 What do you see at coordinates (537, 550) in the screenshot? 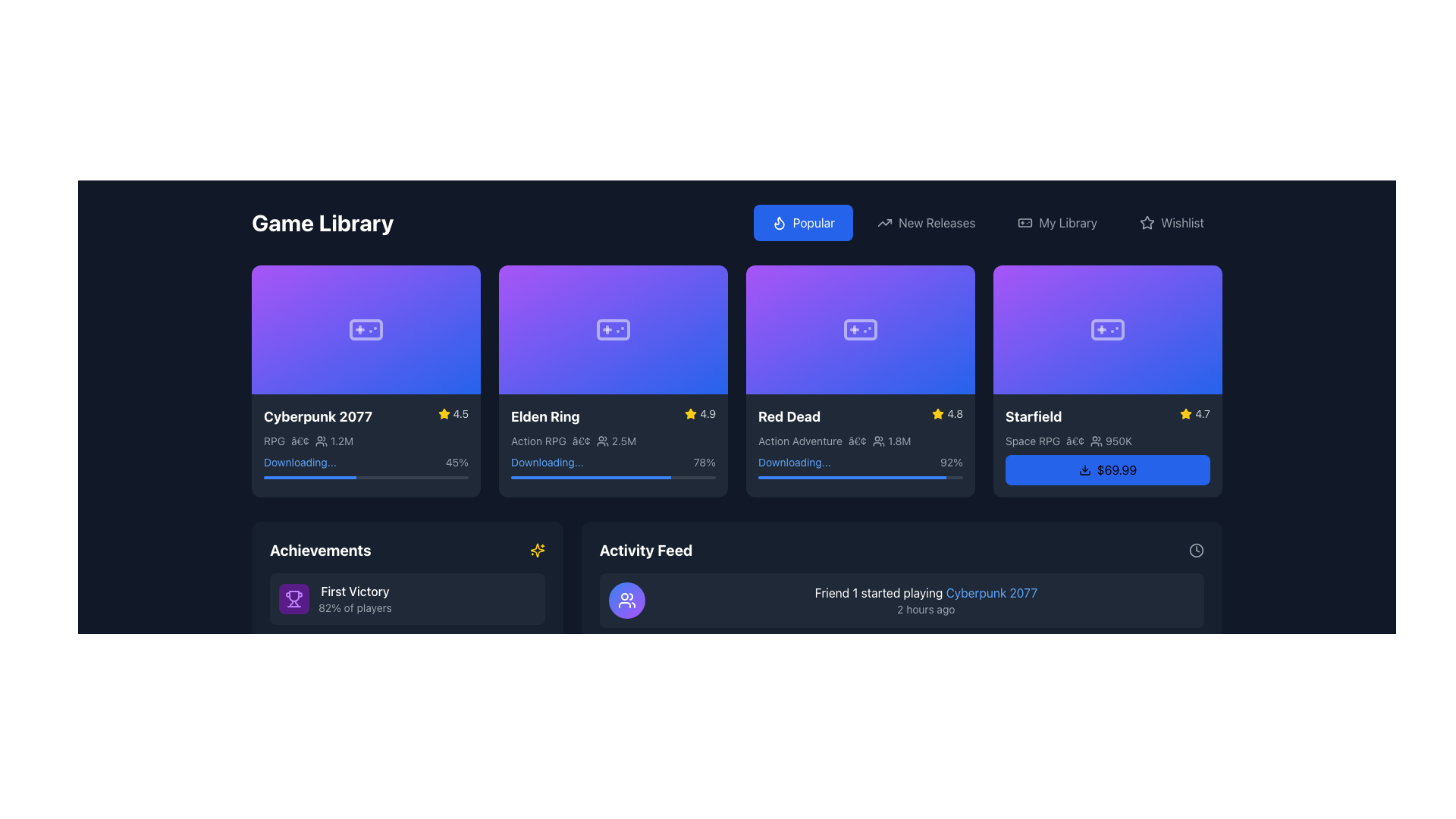
I see `the decorative graphic icon located at the far-right of the 'Achievements' section, enhancing the design by symbolizing milestones or rewards` at bounding box center [537, 550].